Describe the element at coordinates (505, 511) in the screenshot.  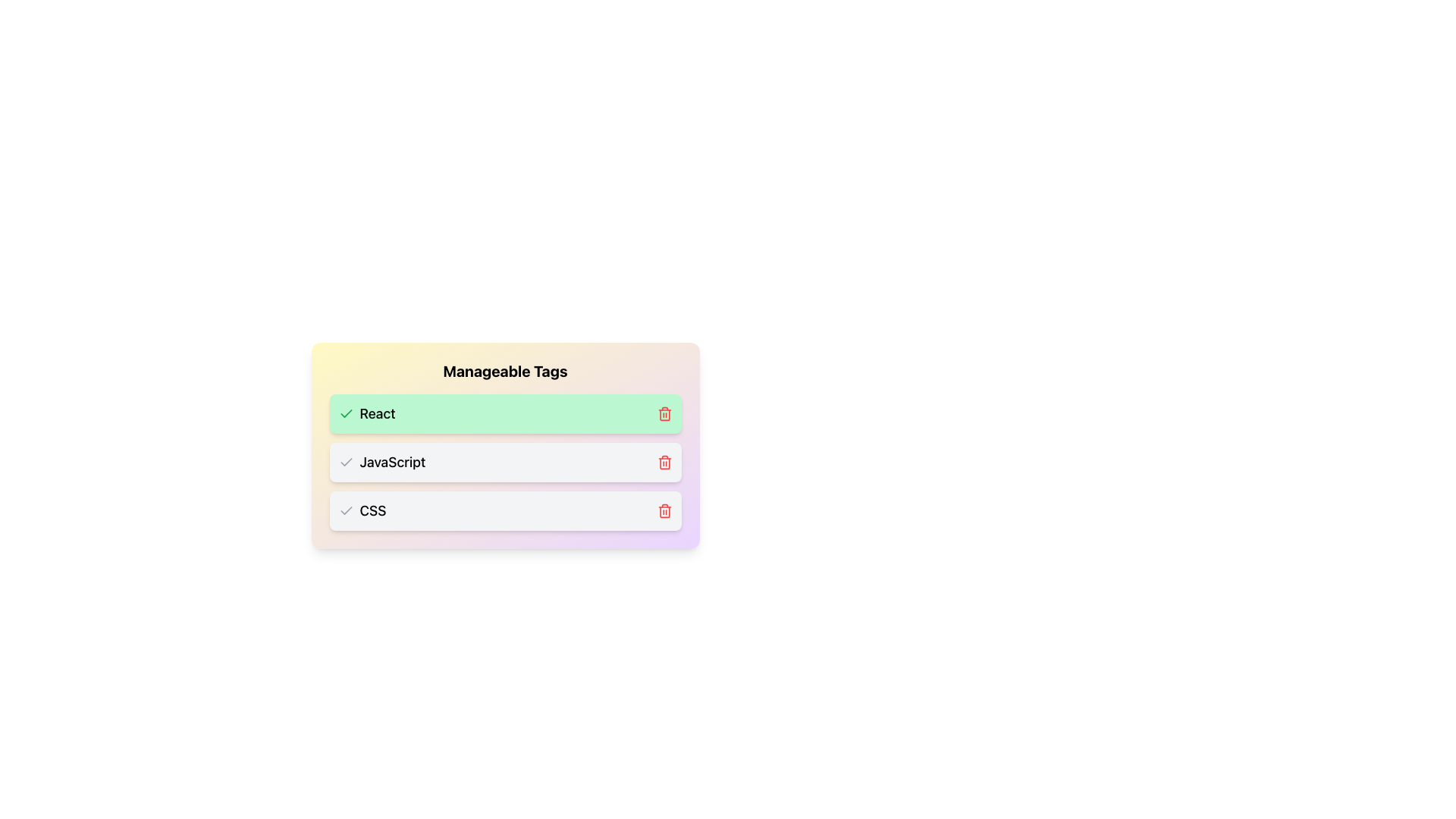
I see `the 'CSS' tag list item` at that location.